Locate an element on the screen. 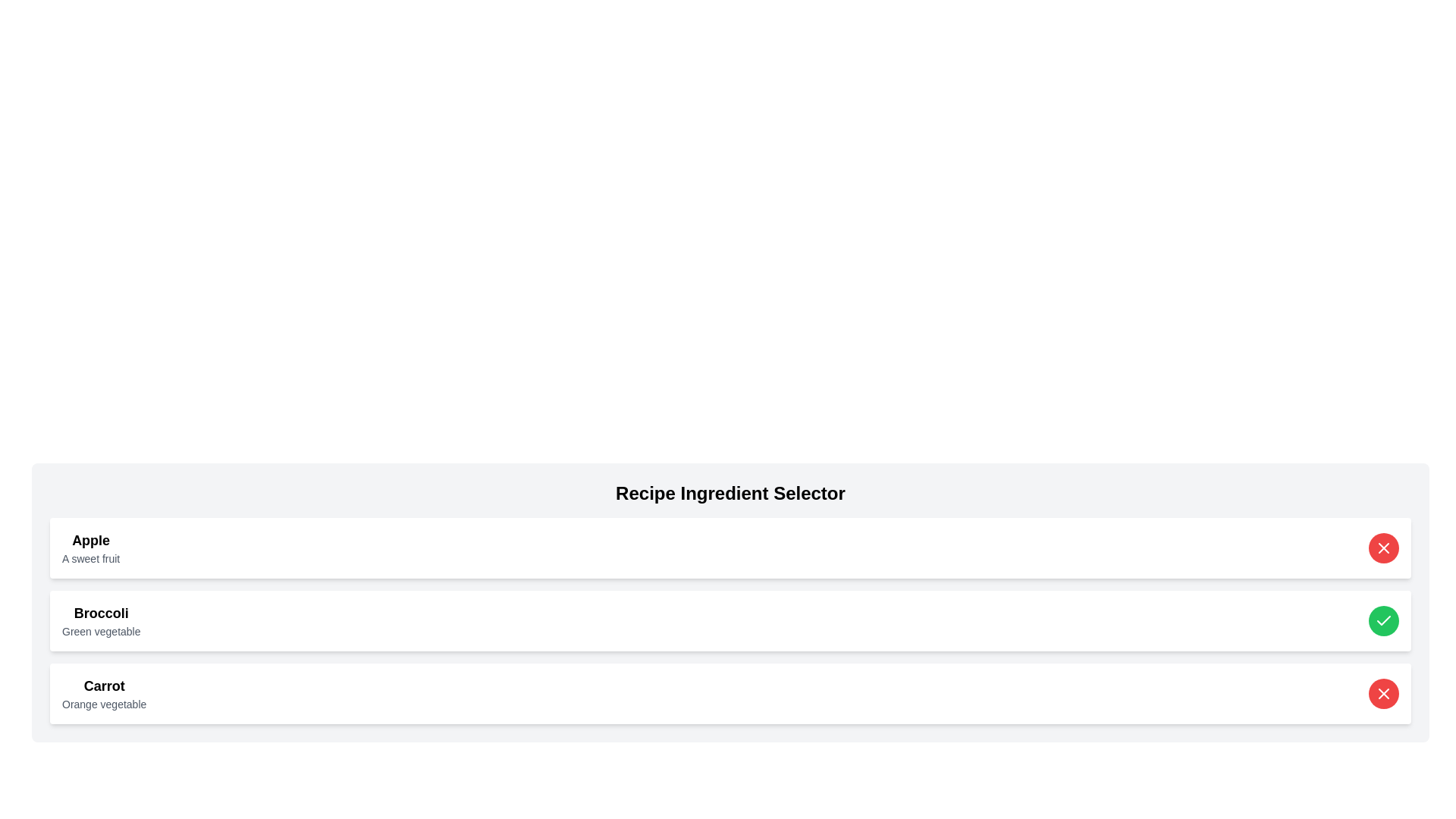 The width and height of the screenshot is (1456, 819). the green checkmark icon located in the right section of the 'Broccoli' list item to confirm selection is located at coordinates (1383, 620).